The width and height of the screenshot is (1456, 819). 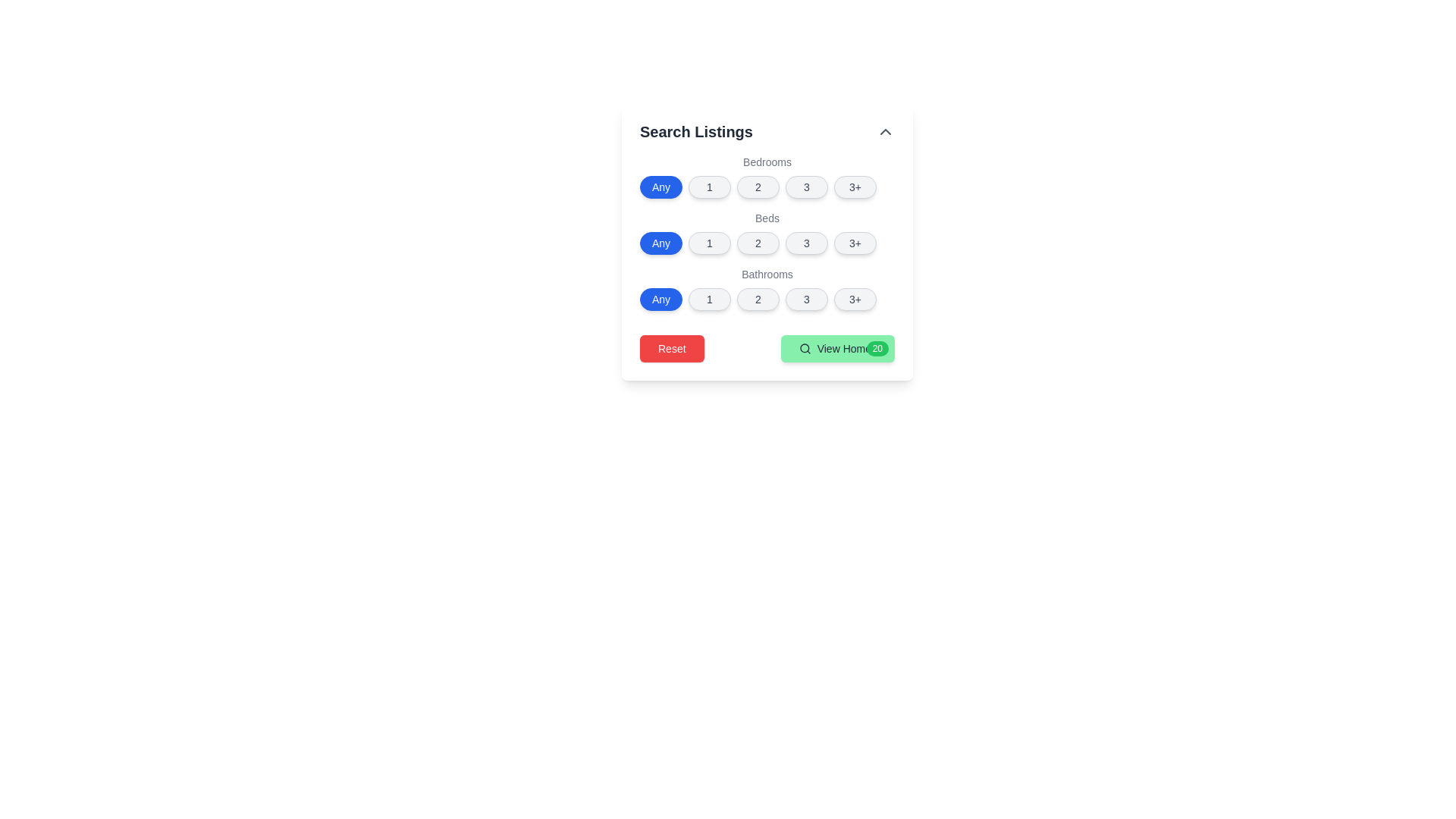 What do you see at coordinates (767, 233) in the screenshot?
I see `the interactive button group for specifying the number of beds, located between the 'Bedrooms' and 'Bathrooms' selectors` at bounding box center [767, 233].